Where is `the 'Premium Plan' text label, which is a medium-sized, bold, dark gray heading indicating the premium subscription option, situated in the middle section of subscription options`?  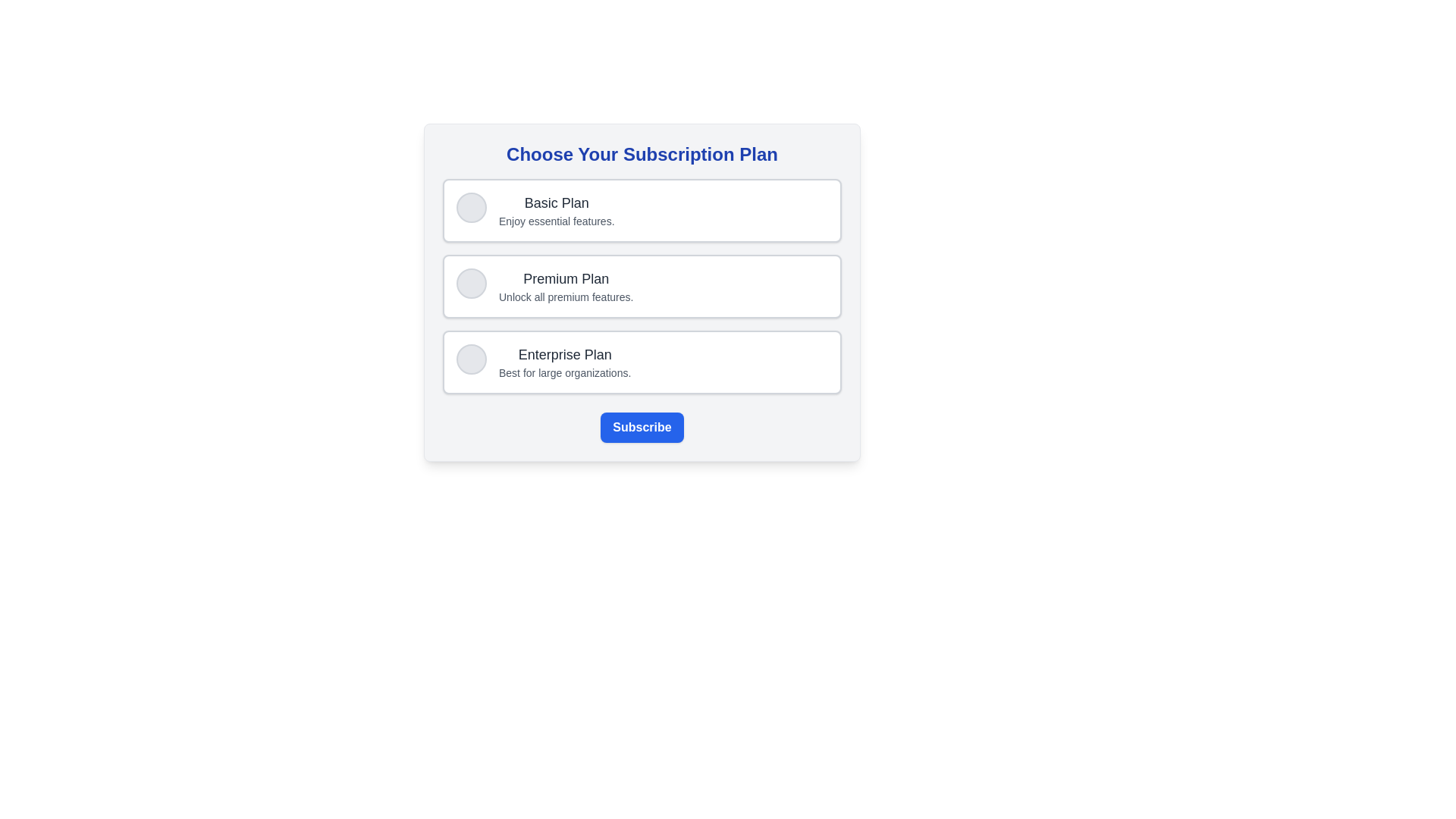 the 'Premium Plan' text label, which is a medium-sized, bold, dark gray heading indicating the premium subscription option, situated in the middle section of subscription options is located at coordinates (565, 278).